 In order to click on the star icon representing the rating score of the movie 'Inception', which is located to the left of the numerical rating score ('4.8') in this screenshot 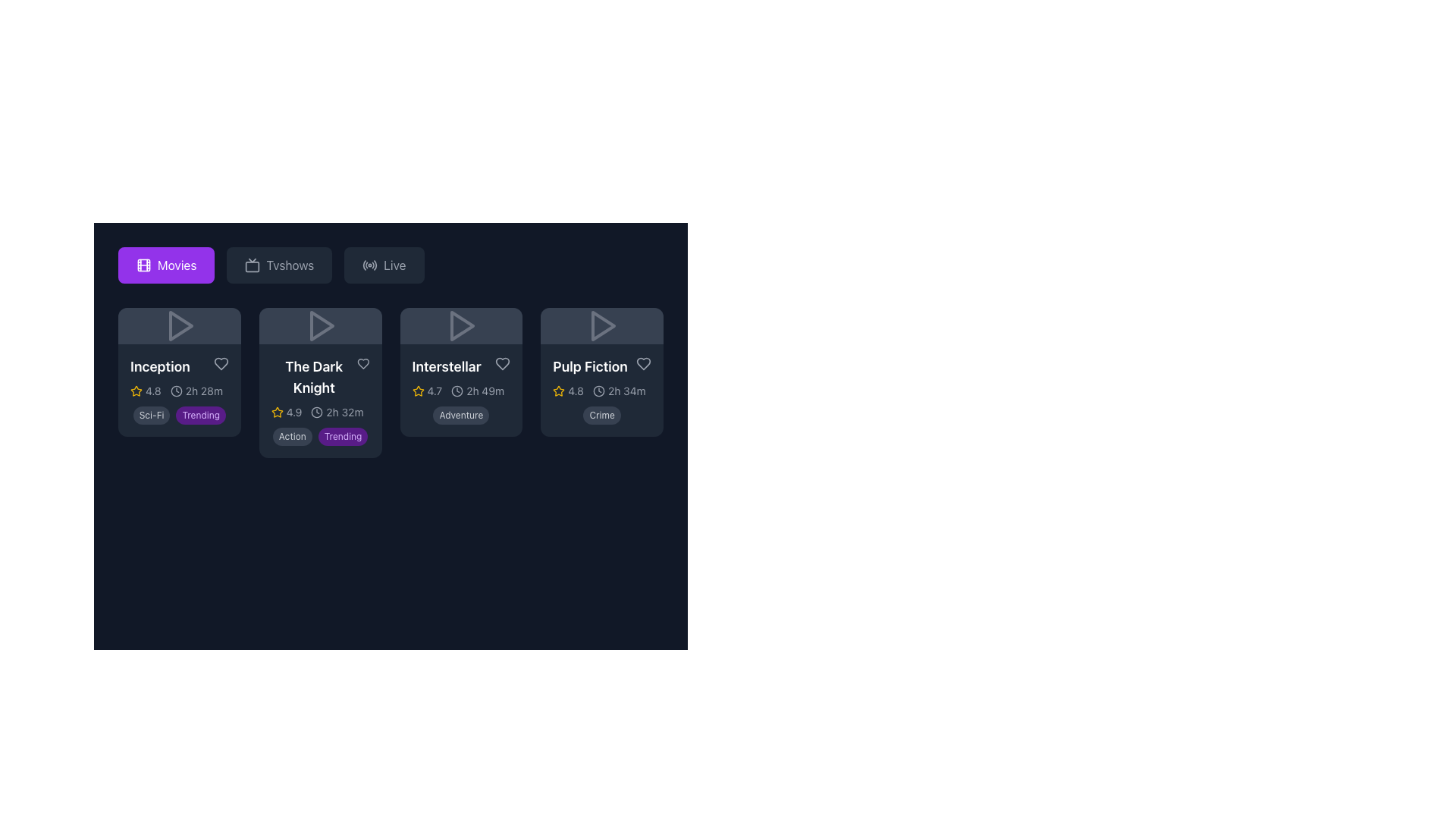, I will do `click(136, 391)`.